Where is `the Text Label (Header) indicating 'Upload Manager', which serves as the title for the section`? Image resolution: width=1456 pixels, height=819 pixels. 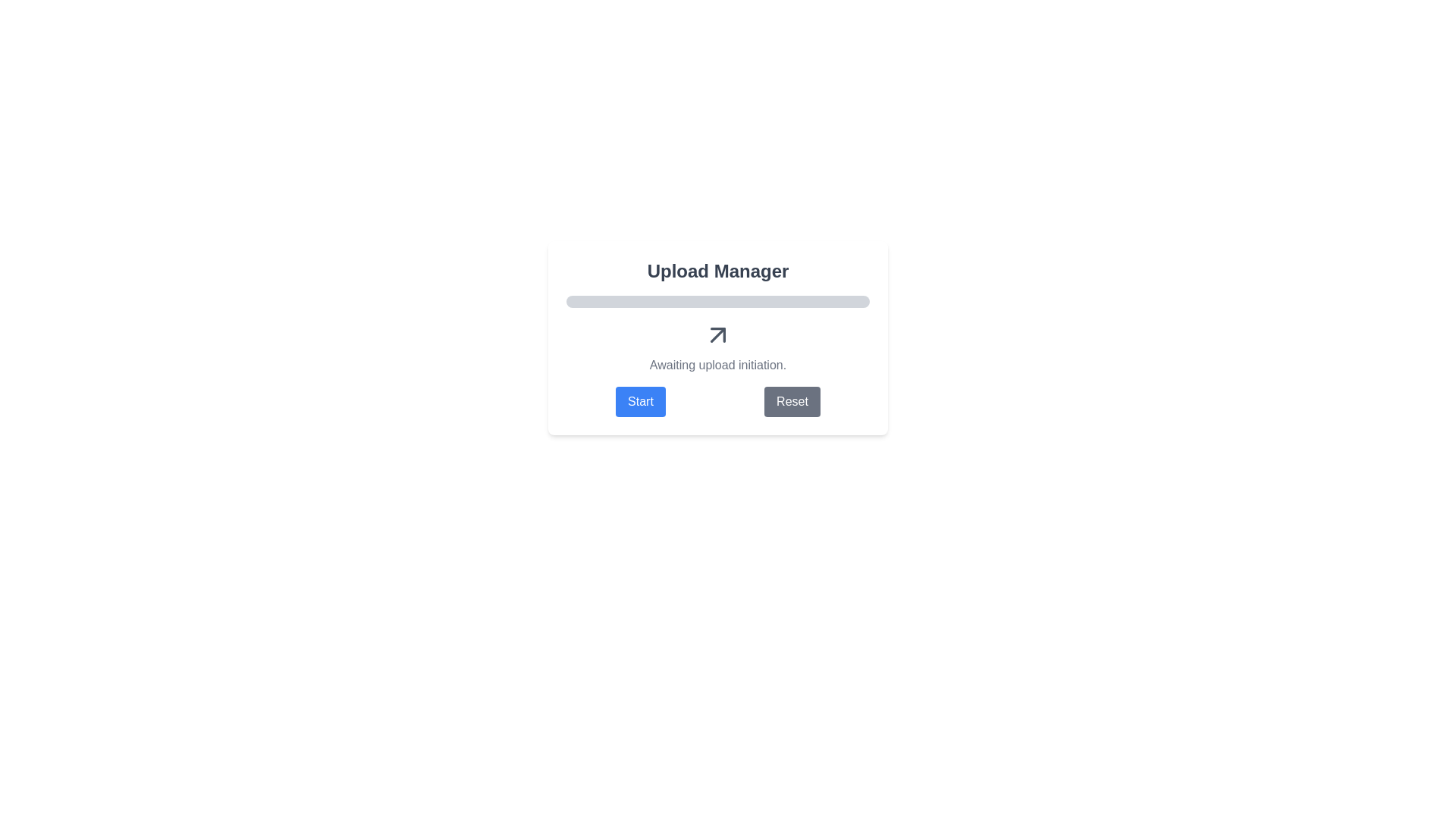 the Text Label (Header) indicating 'Upload Manager', which serves as the title for the section is located at coordinates (717, 271).